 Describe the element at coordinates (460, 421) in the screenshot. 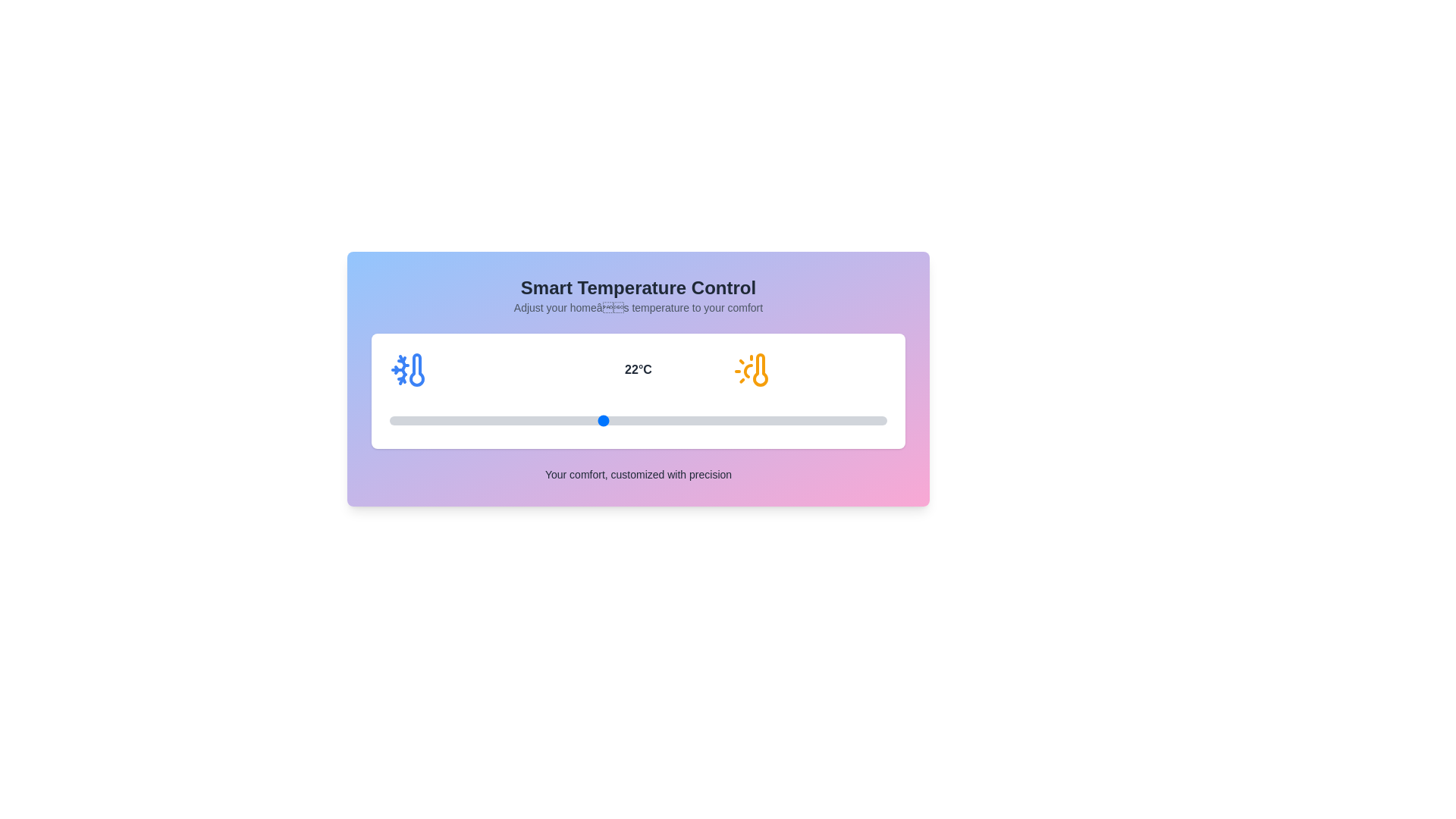

I see `the temperature to 18°C by interacting with the slider` at that location.